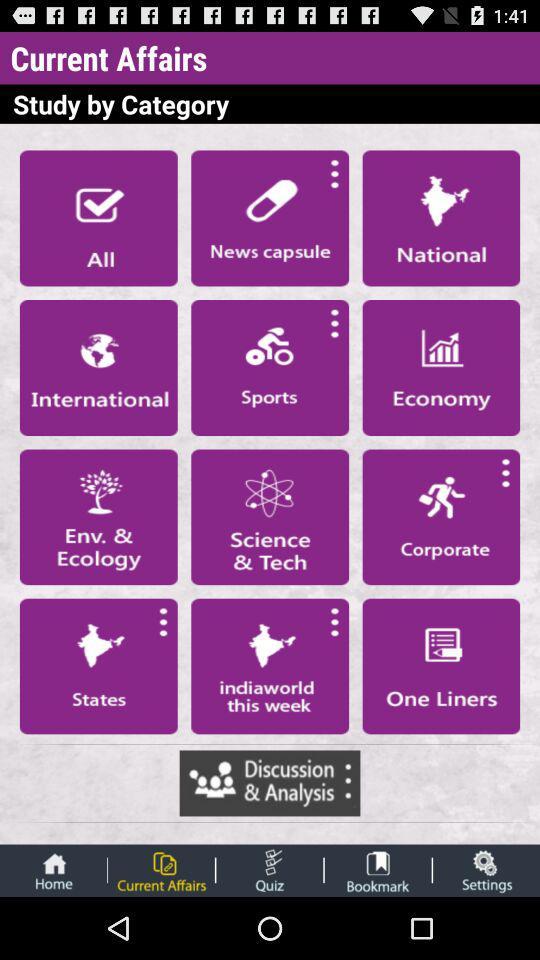  What do you see at coordinates (97, 516) in the screenshot?
I see `category button` at bounding box center [97, 516].